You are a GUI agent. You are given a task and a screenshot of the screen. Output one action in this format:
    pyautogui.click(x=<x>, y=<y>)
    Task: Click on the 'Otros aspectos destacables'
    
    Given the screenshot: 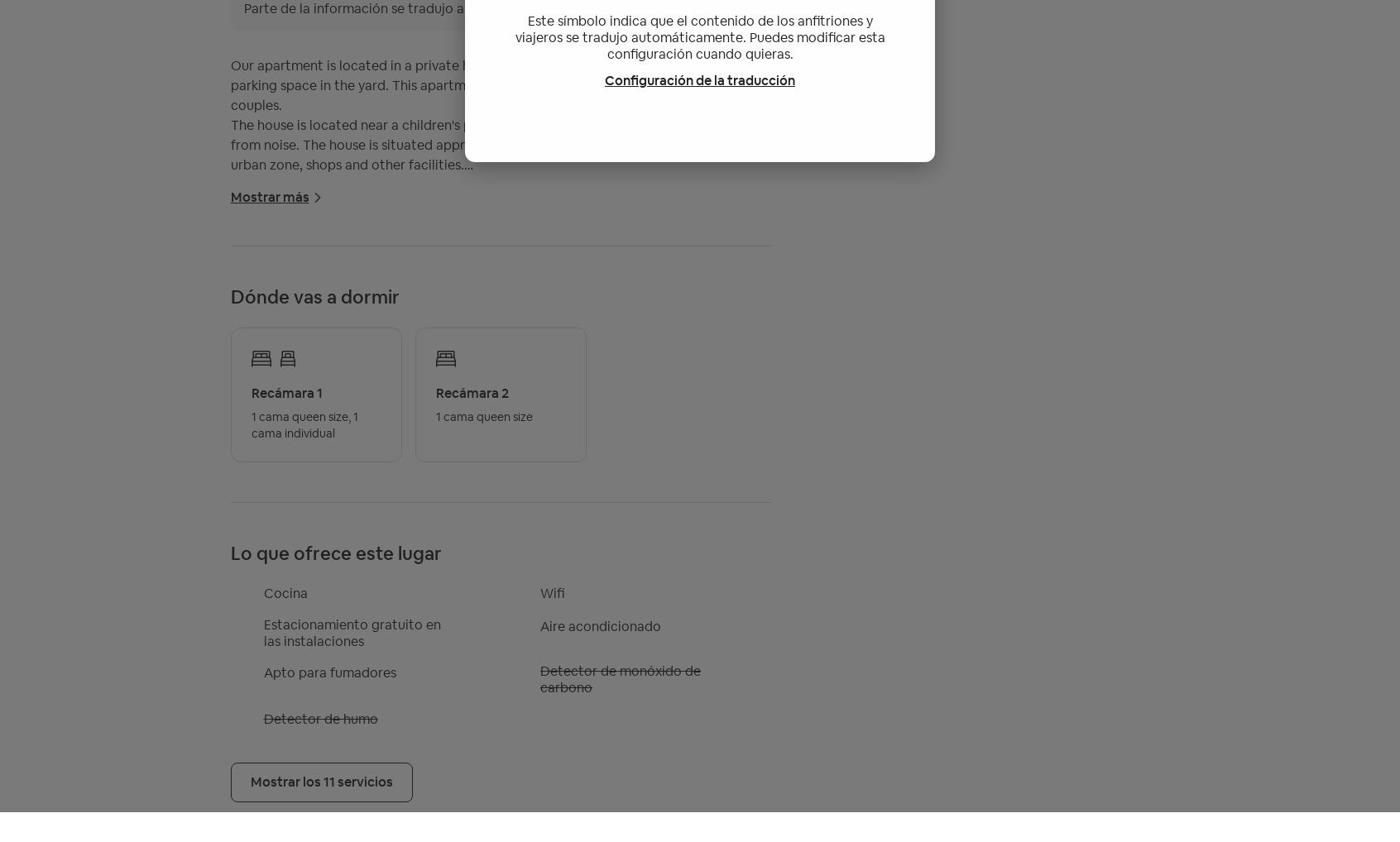 What is the action you would take?
    pyautogui.click(x=229, y=422)
    